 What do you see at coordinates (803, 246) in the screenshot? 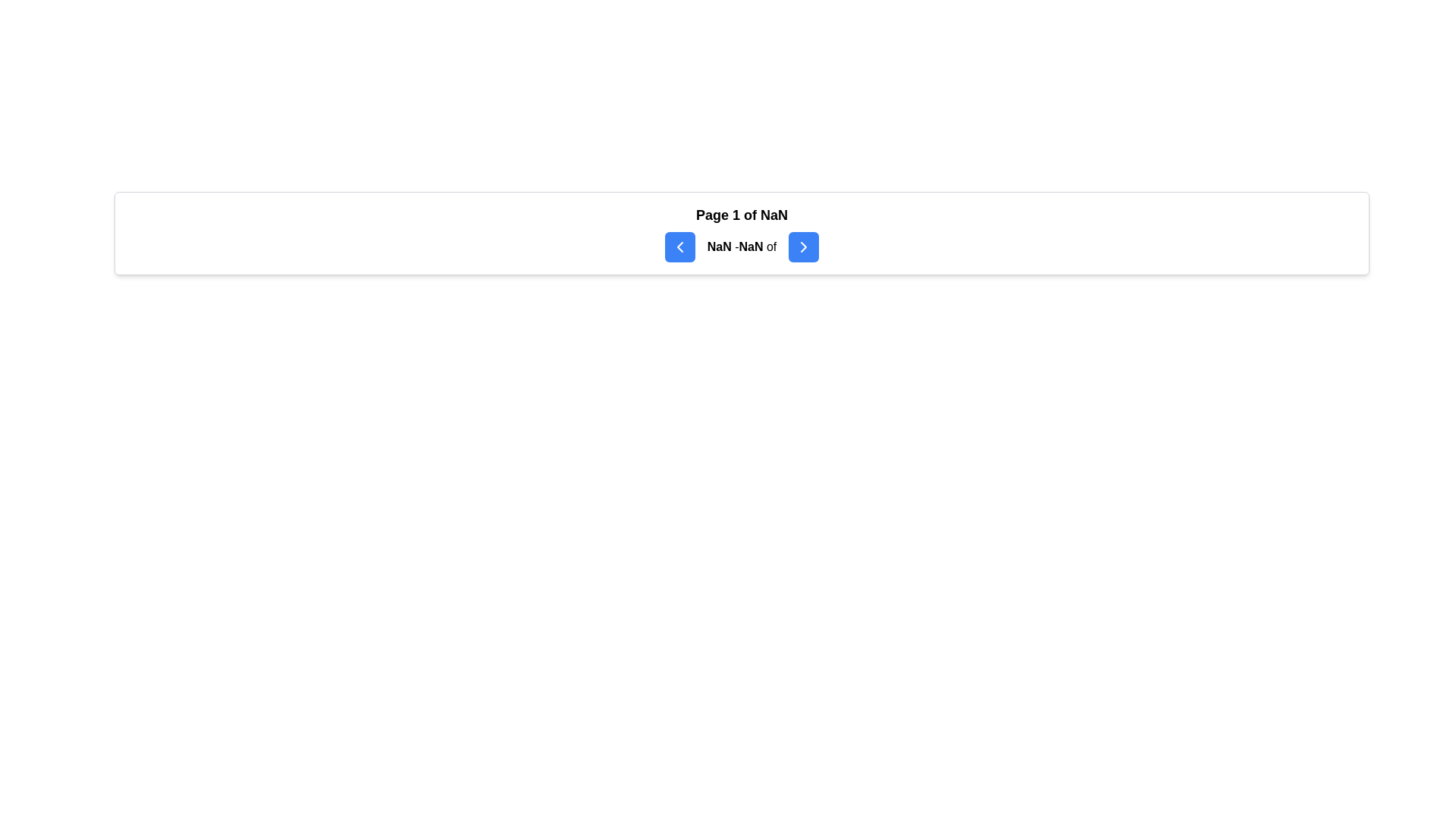
I see `the navigation icon located on the right side of the navigation control row` at bounding box center [803, 246].